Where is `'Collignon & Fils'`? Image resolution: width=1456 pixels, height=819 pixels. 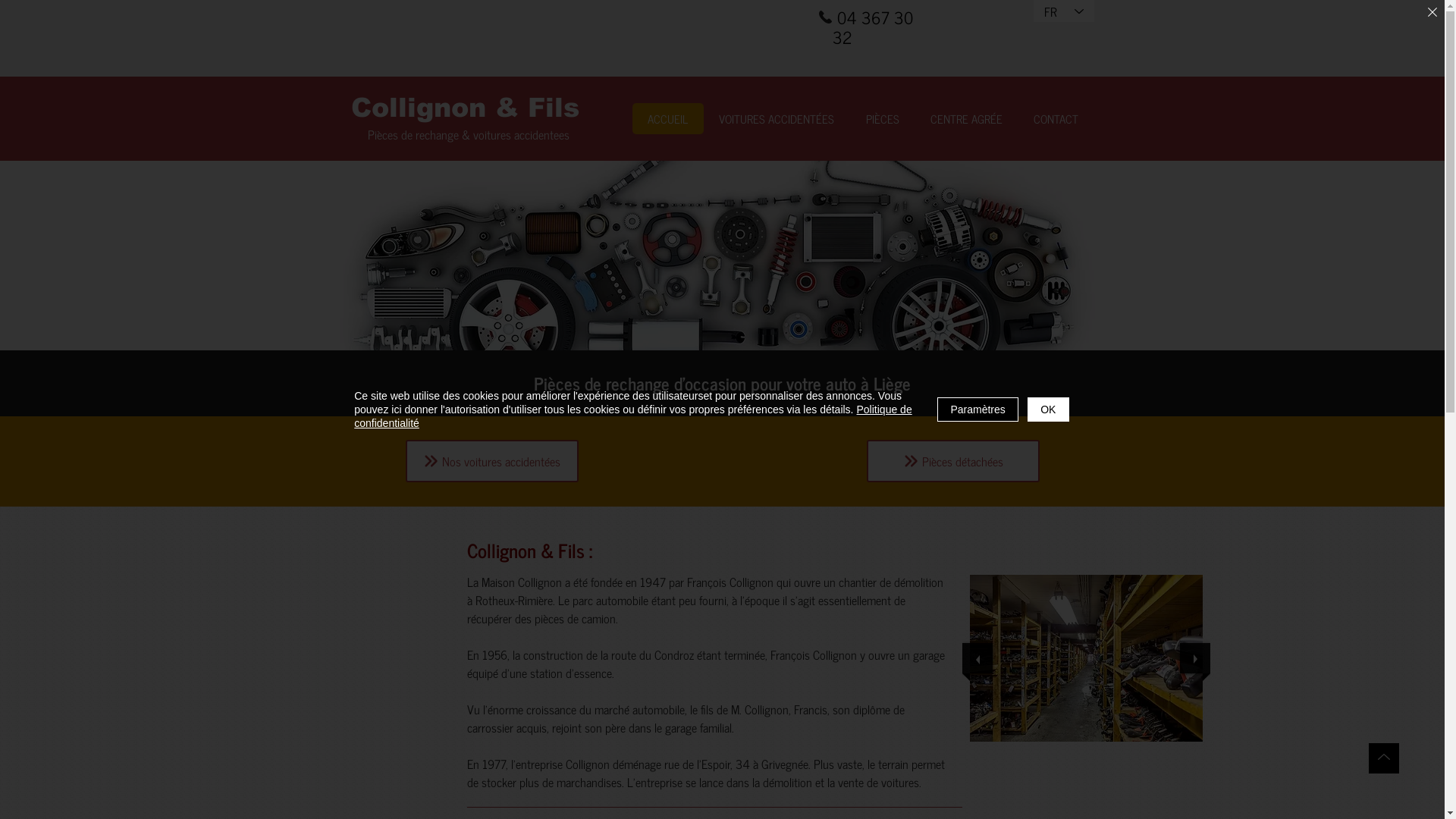 'Collignon & Fils' is located at coordinates (463, 106).